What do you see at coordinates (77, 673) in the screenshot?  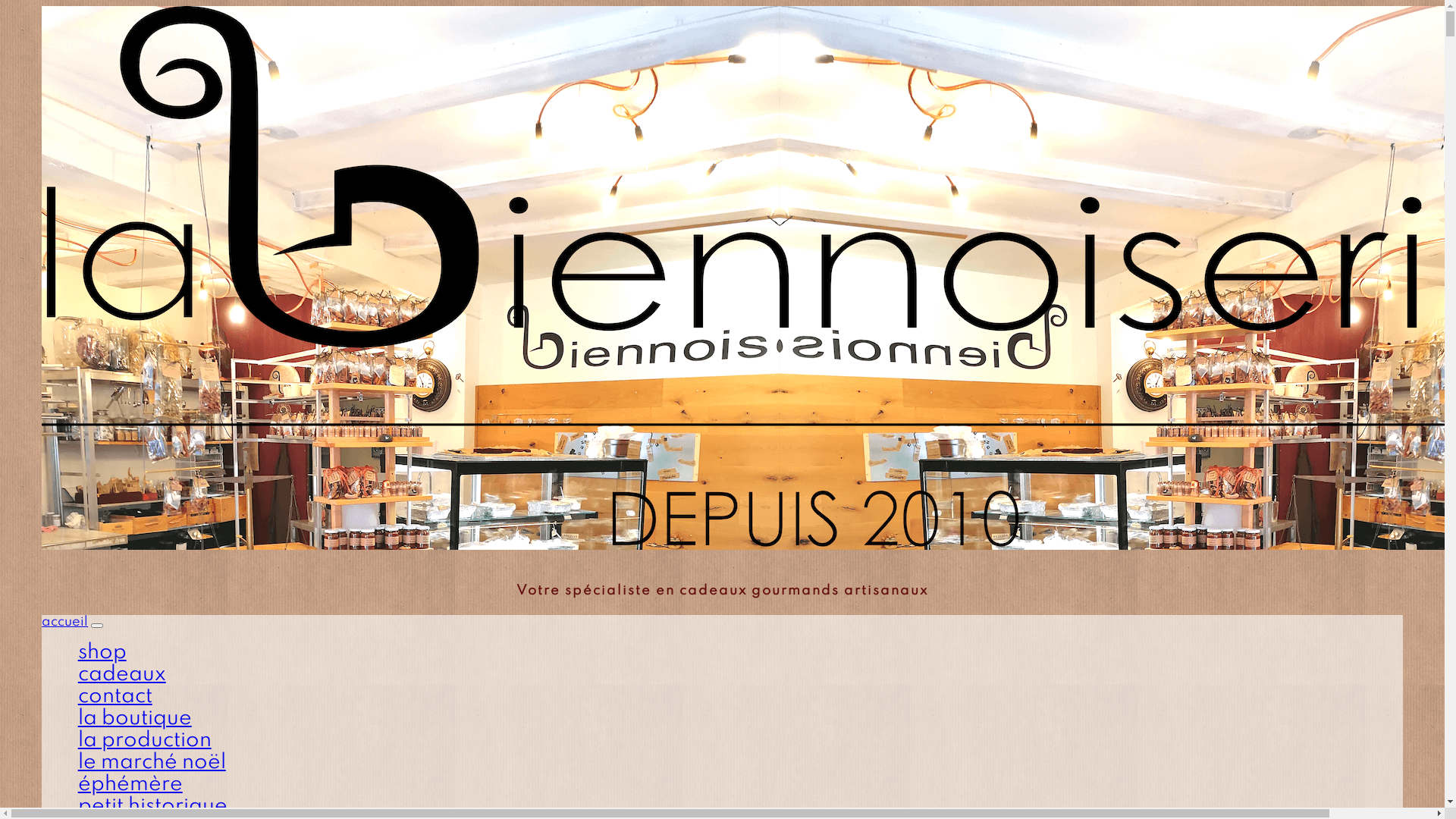 I see `'cadeaux'` at bounding box center [77, 673].